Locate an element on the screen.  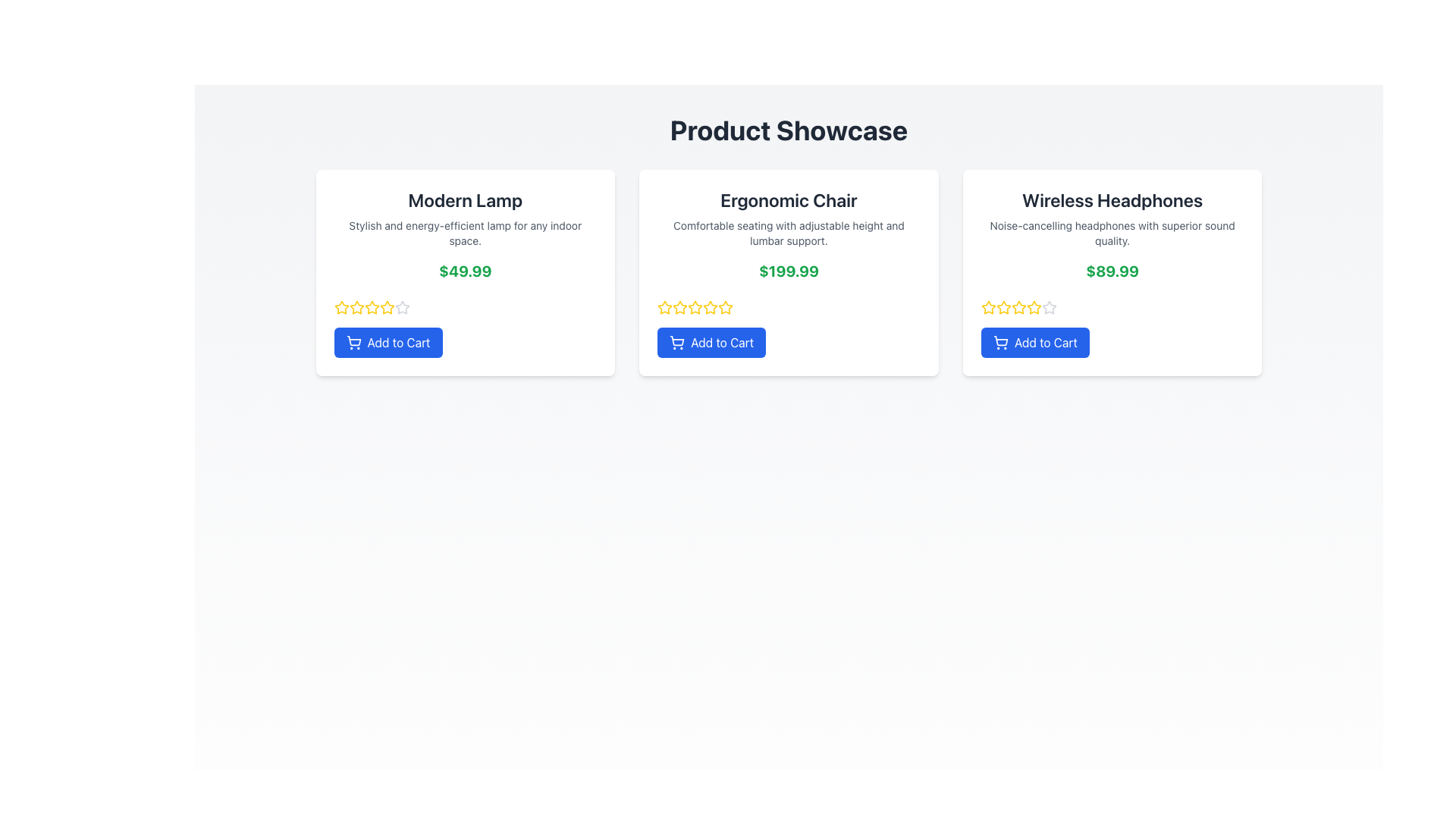
the text block styled in light gray that reads 'Comfortable seating with adjustable height and lumbar support.' located below the 'Ergonomic Chair' heading is located at coordinates (789, 234).